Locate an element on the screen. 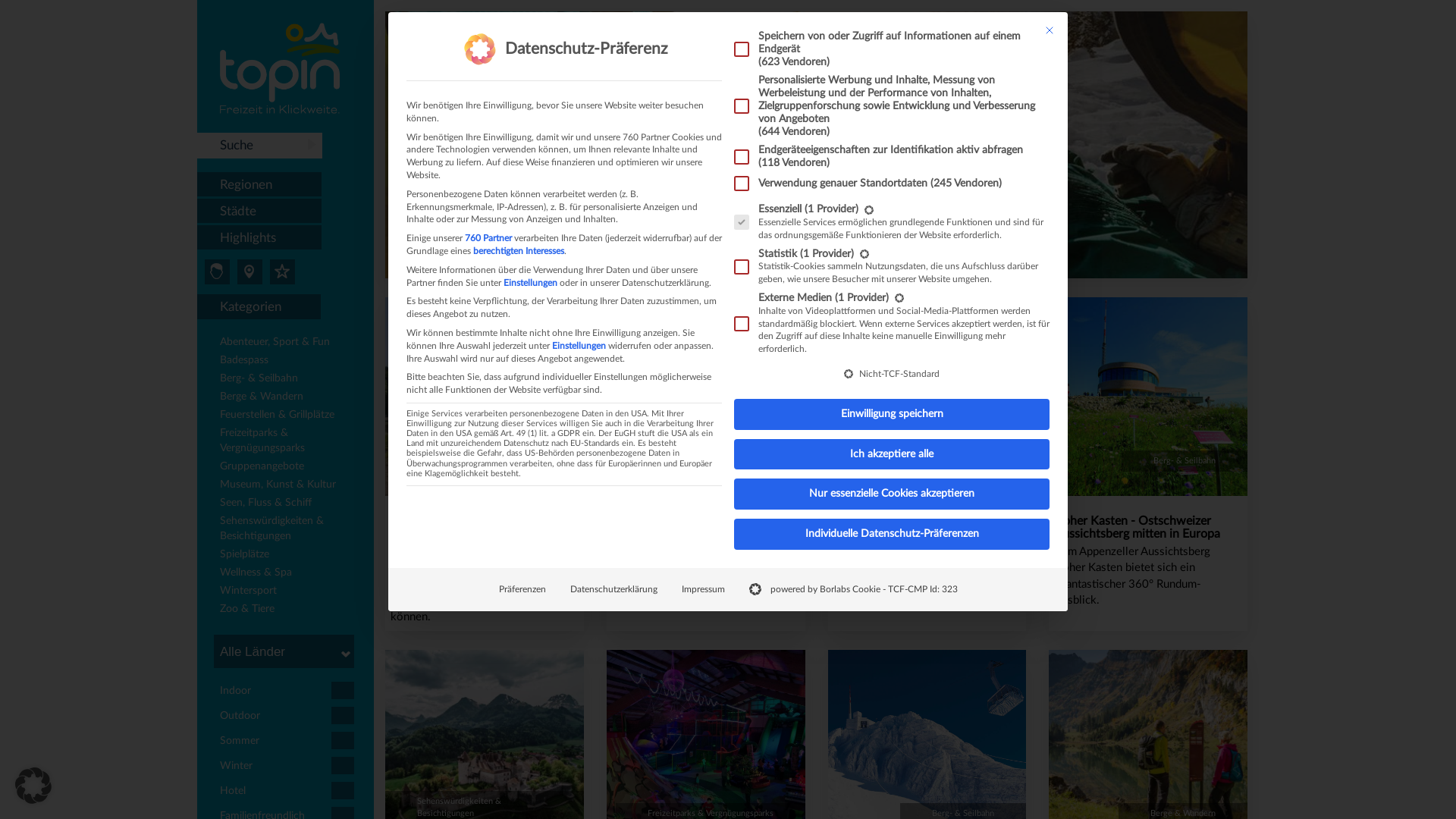 The width and height of the screenshot is (1456, 819). 'Seen, Fluss & Schiff' is located at coordinates (290, 504).